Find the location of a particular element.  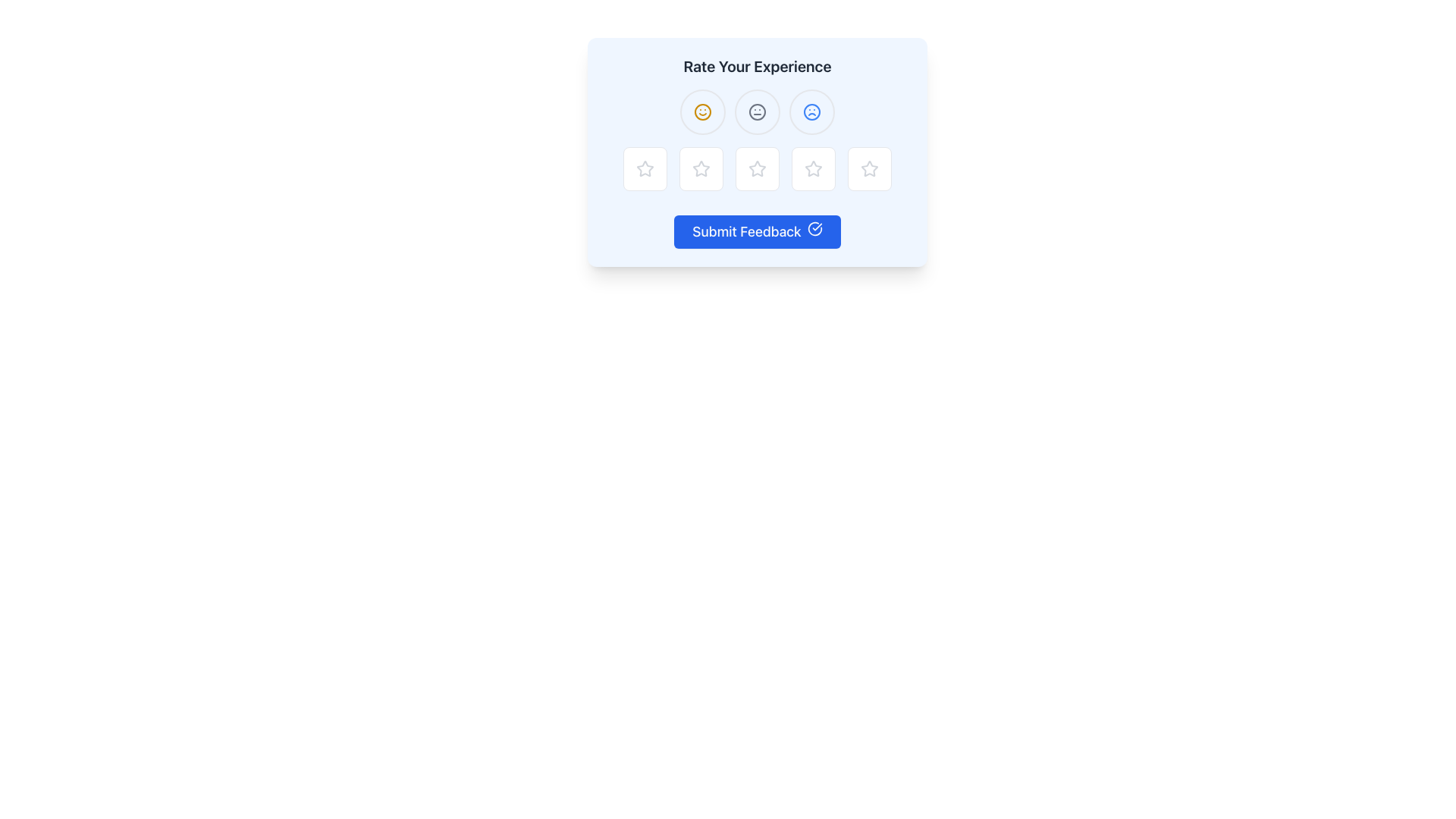

the neutral rating SVG icon, which is the second icon in a horizontal sequence of three icons in the user feedback section is located at coordinates (757, 111).